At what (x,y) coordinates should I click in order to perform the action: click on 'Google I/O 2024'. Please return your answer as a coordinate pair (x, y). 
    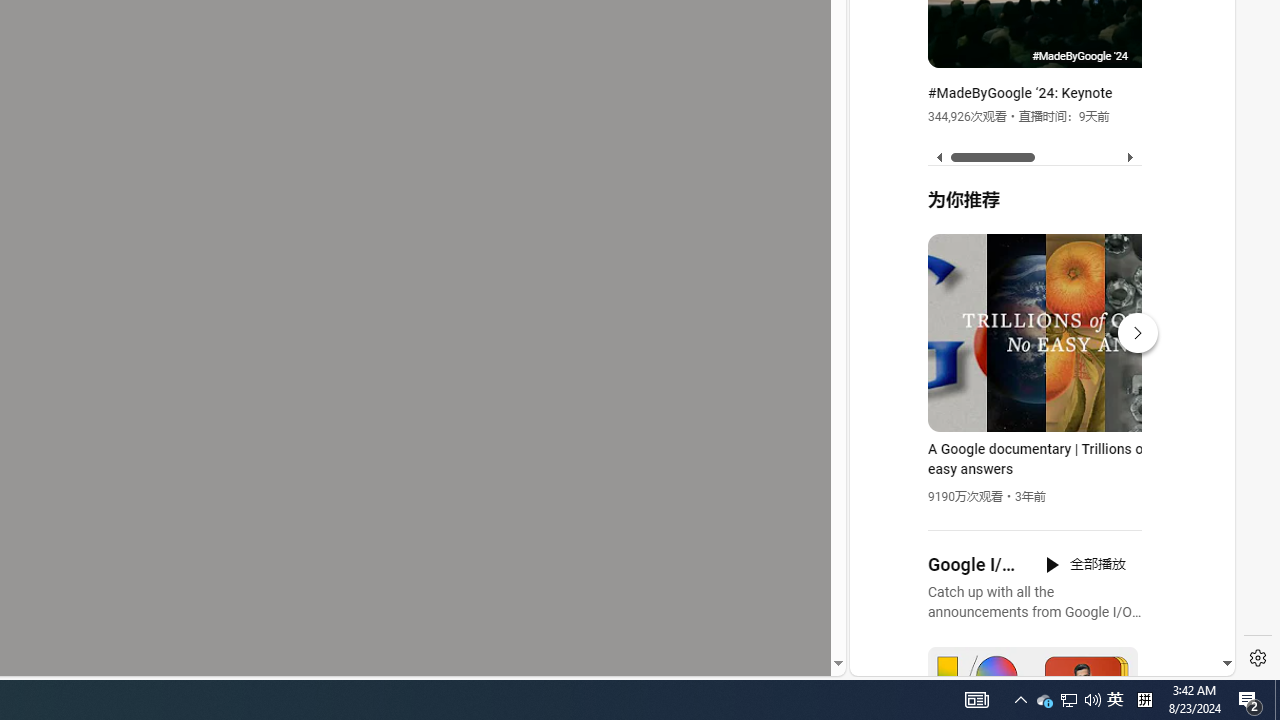
    Looking at the image, I should click on (974, 565).